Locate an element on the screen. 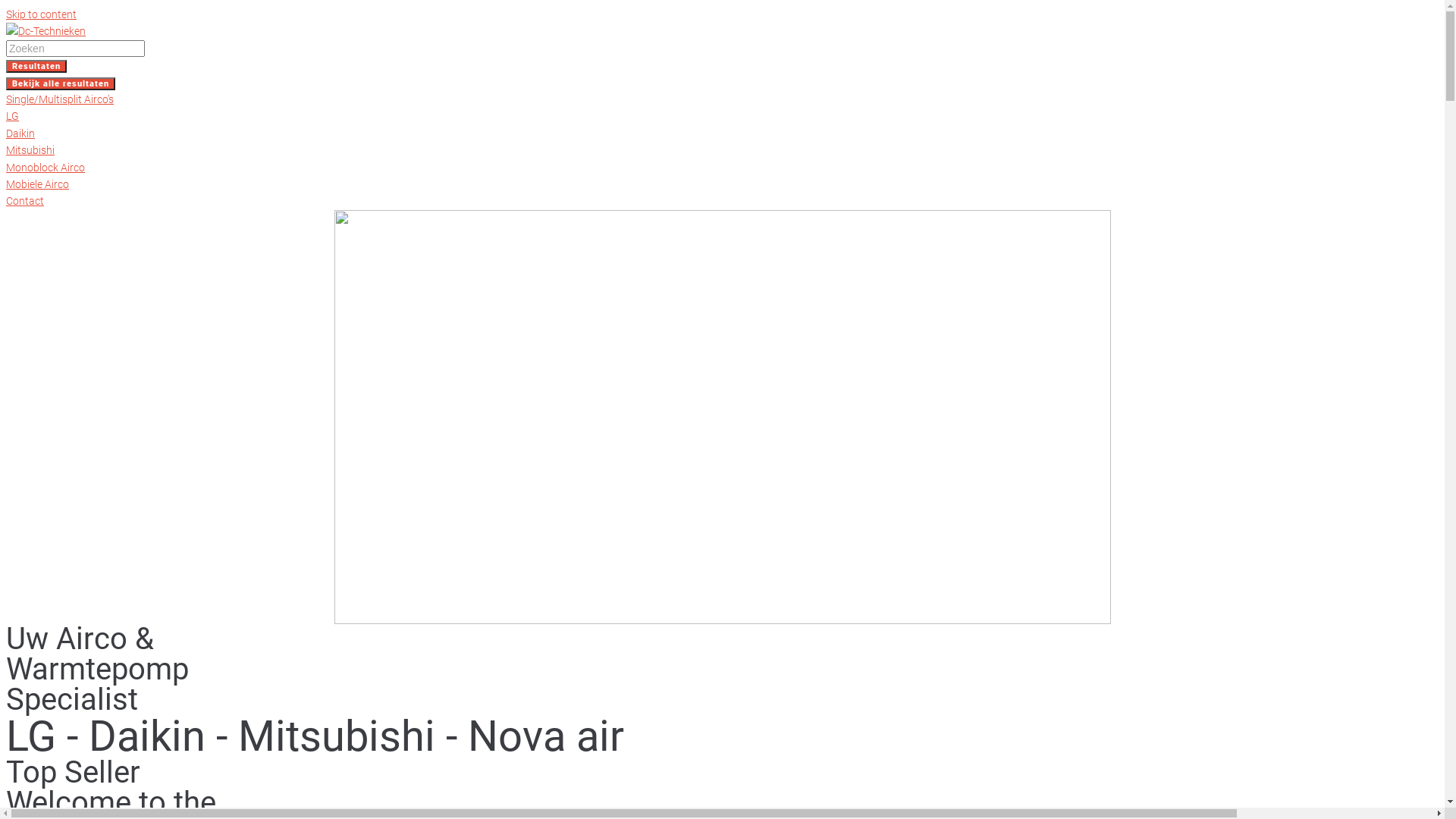  'Daikin' is located at coordinates (6, 133).